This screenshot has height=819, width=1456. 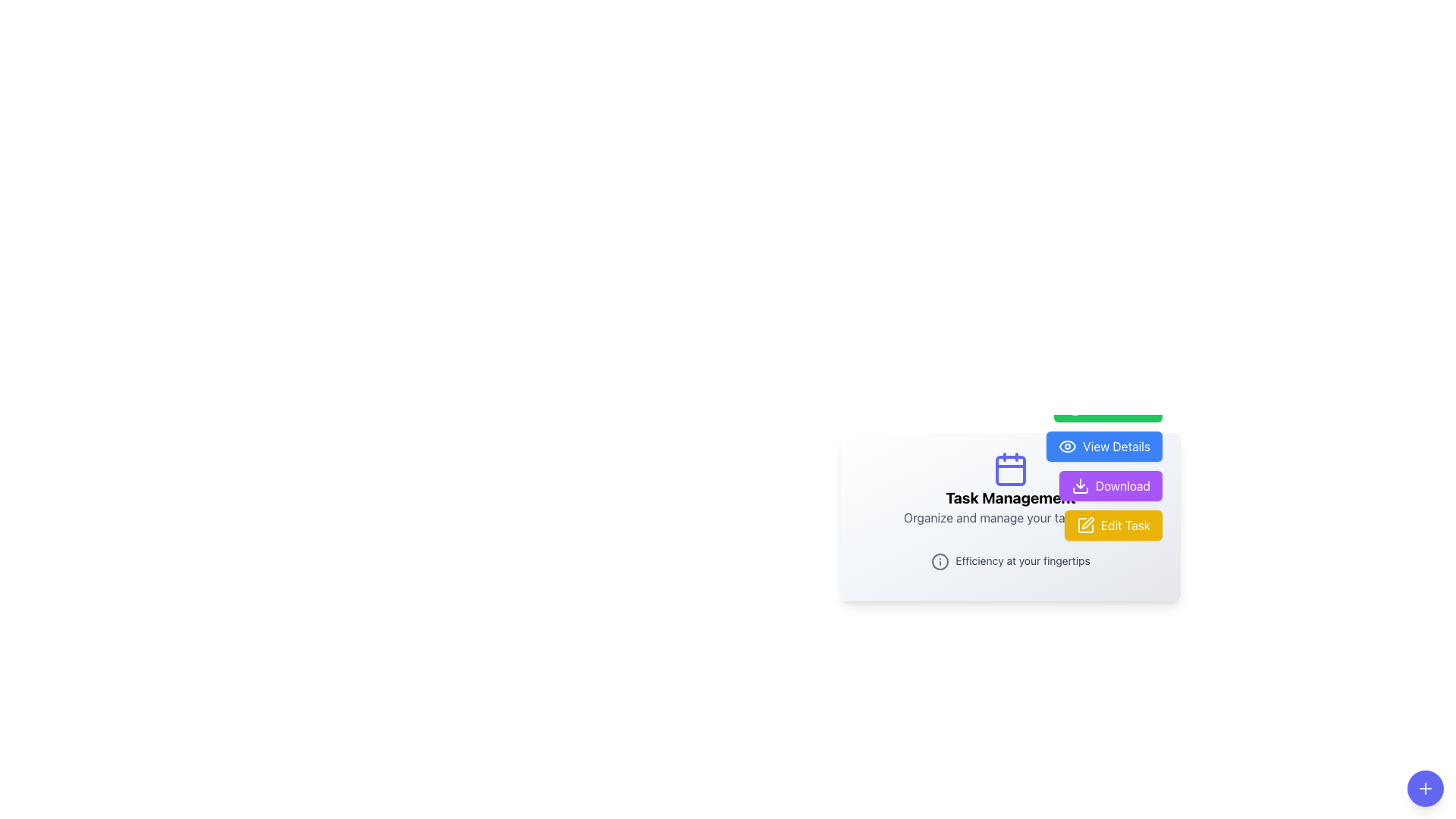 I want to click on the text label that reads 'Organize and manage your tasks easily', which is styled in gray and located below the heading 'Task Management', so click(x=1011, y=516).